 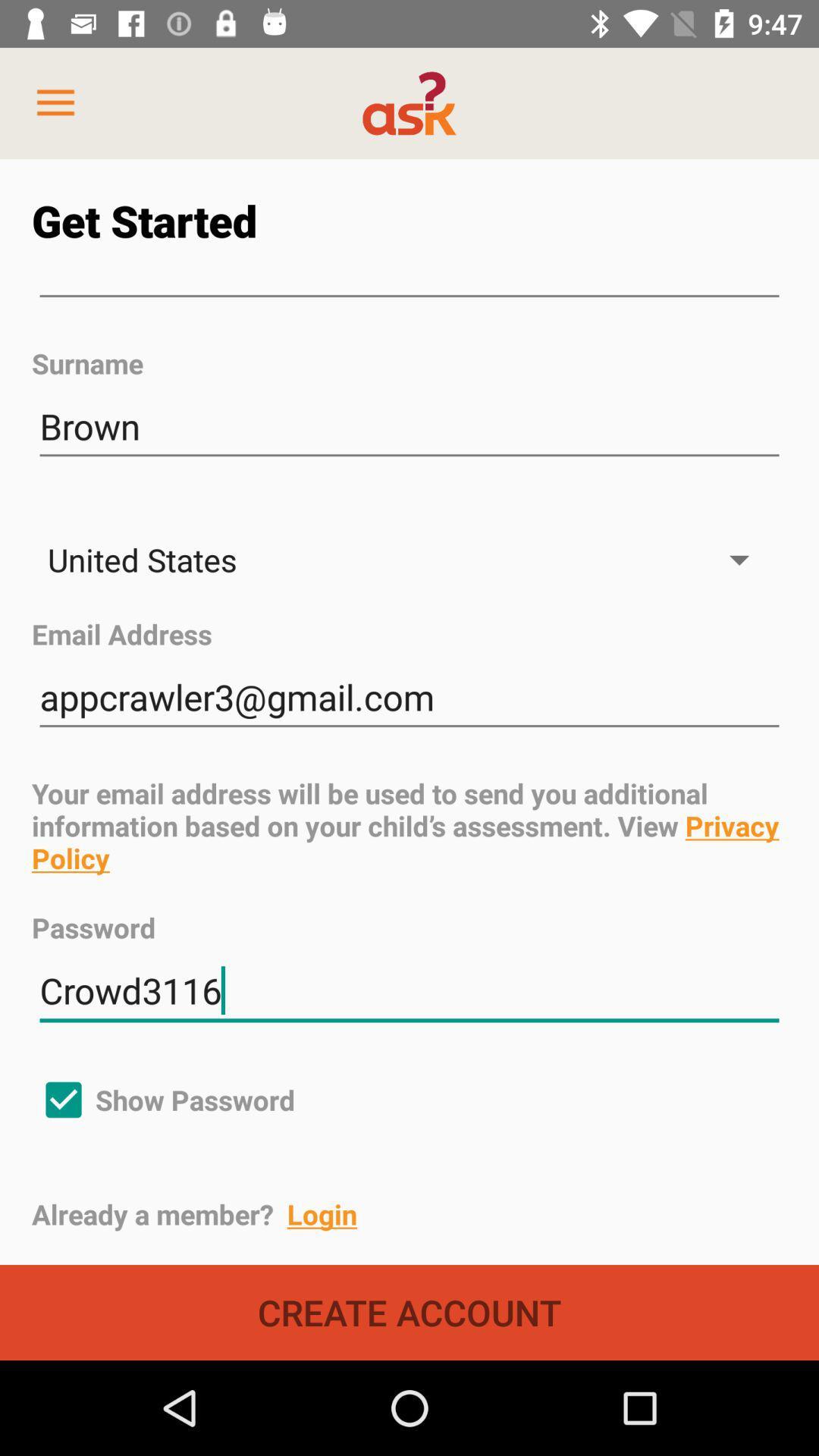 What do you see at coordinates (425, 1214) in the screenshot?
I see `already a member` at bounding box center [425, 1214].